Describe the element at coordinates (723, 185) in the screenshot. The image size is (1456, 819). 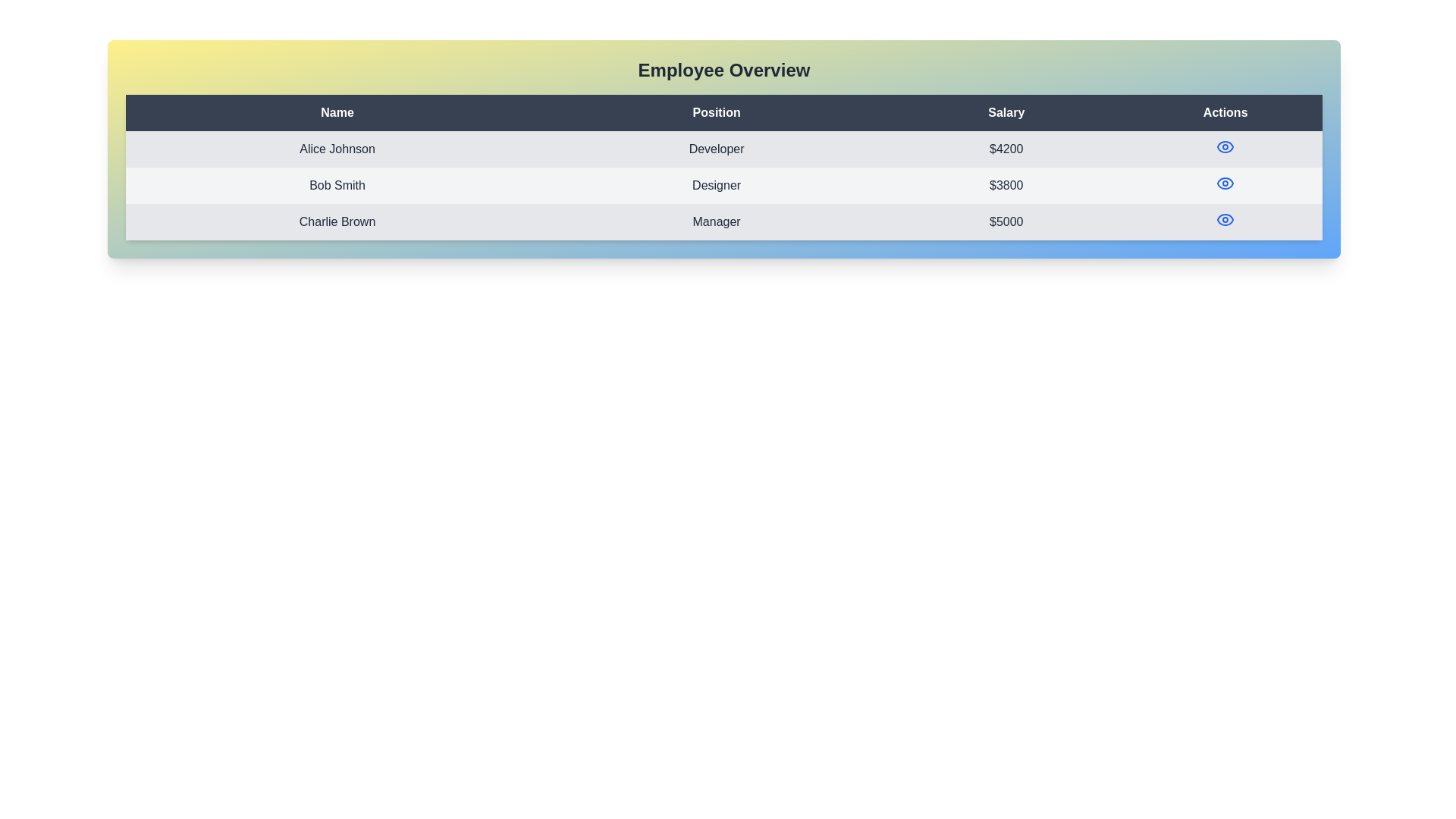
I see `the second row in the 'Employee Overview' table that contains the employee's details, located beneath the 'Position' column heading` at that location.